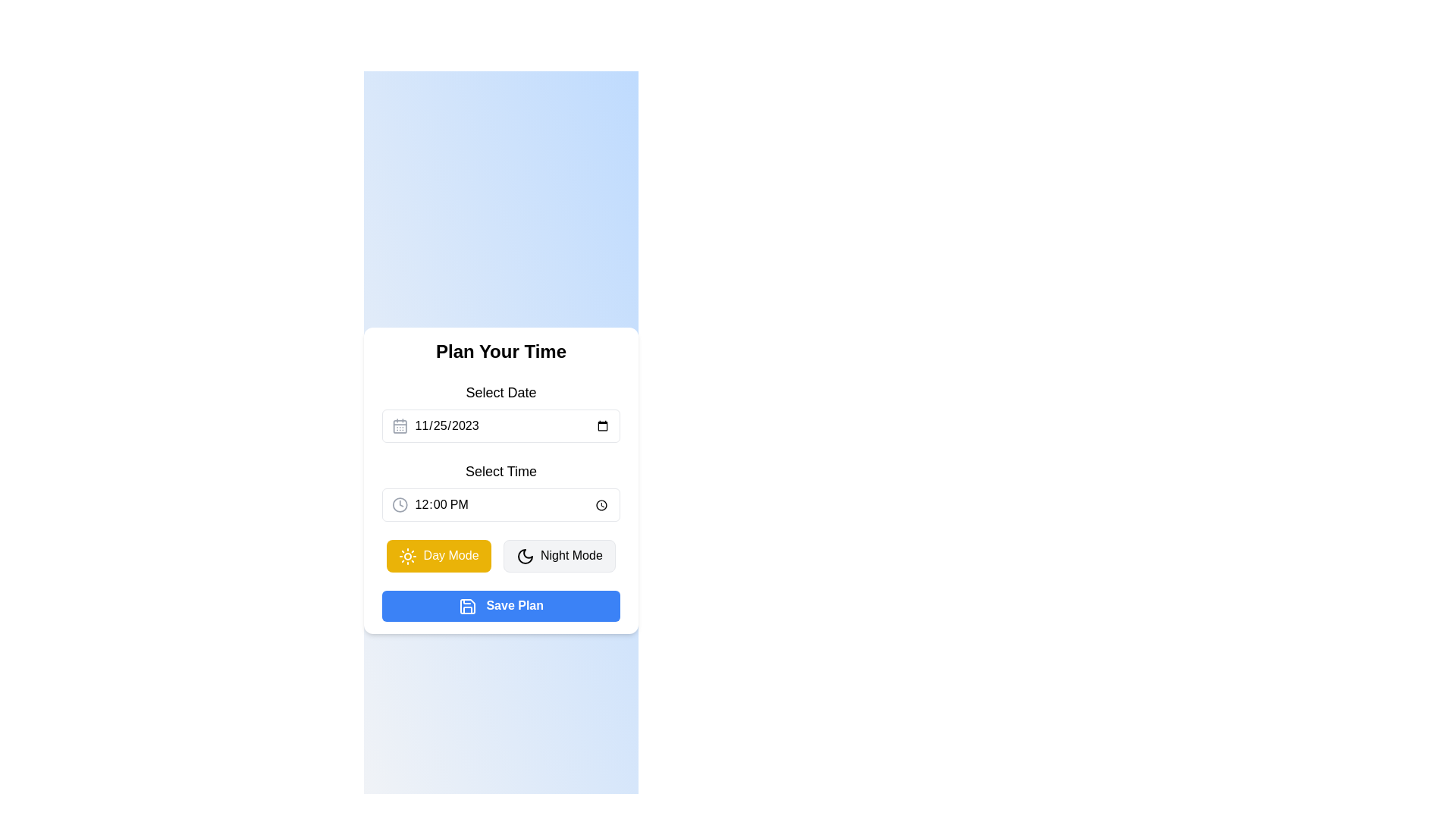  Describe the element at coordinates (466, 605) in the screenshot. I see `the visual representation of the save icon located within the blue button labeled 'Save Plan' at the lower section of the card interface` at that location.